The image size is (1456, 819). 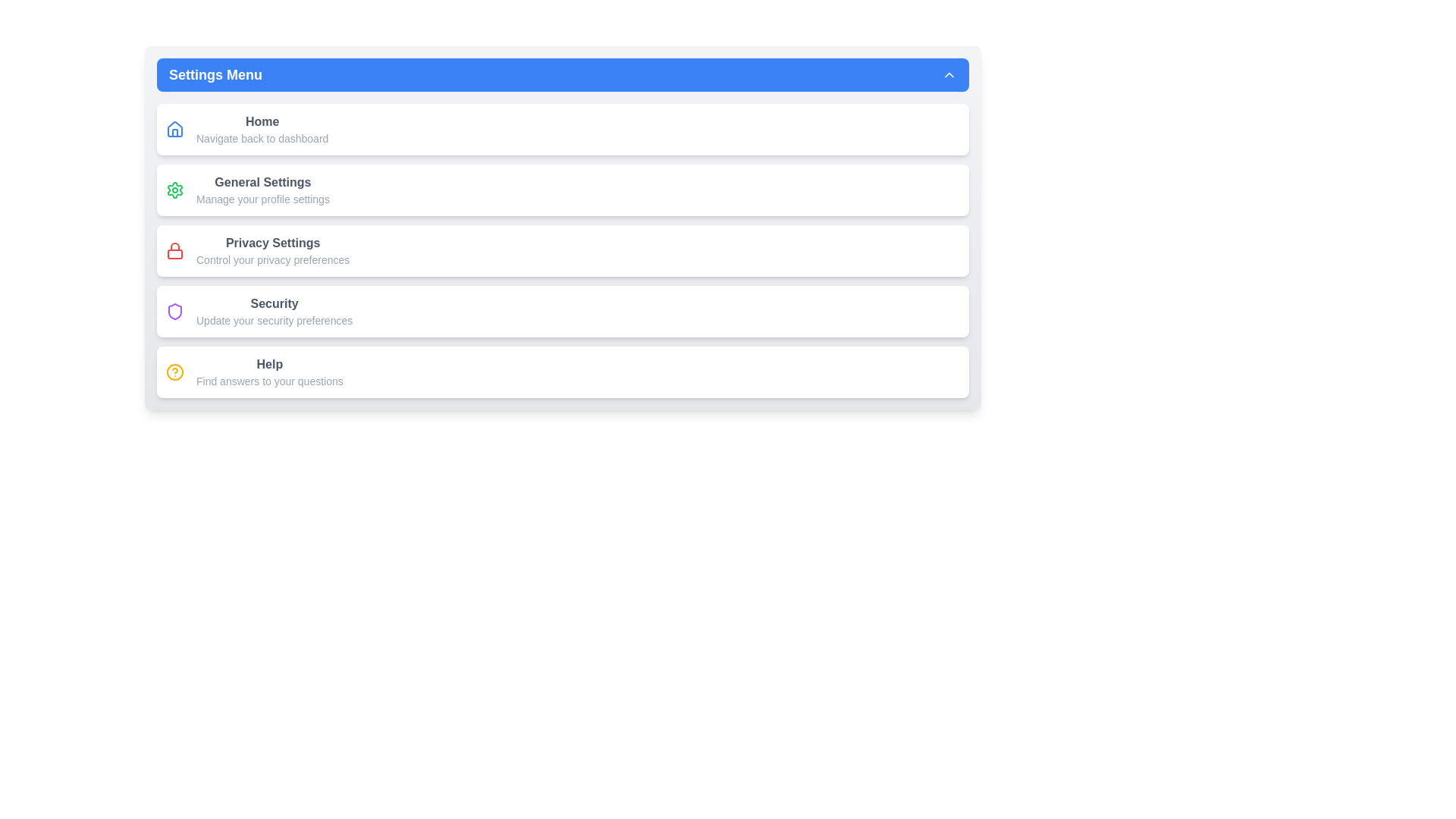 I want to click on the second item in the 'Settings Menu' navigational menu, which allows access to general profile settings, so click(x=262, y=189).